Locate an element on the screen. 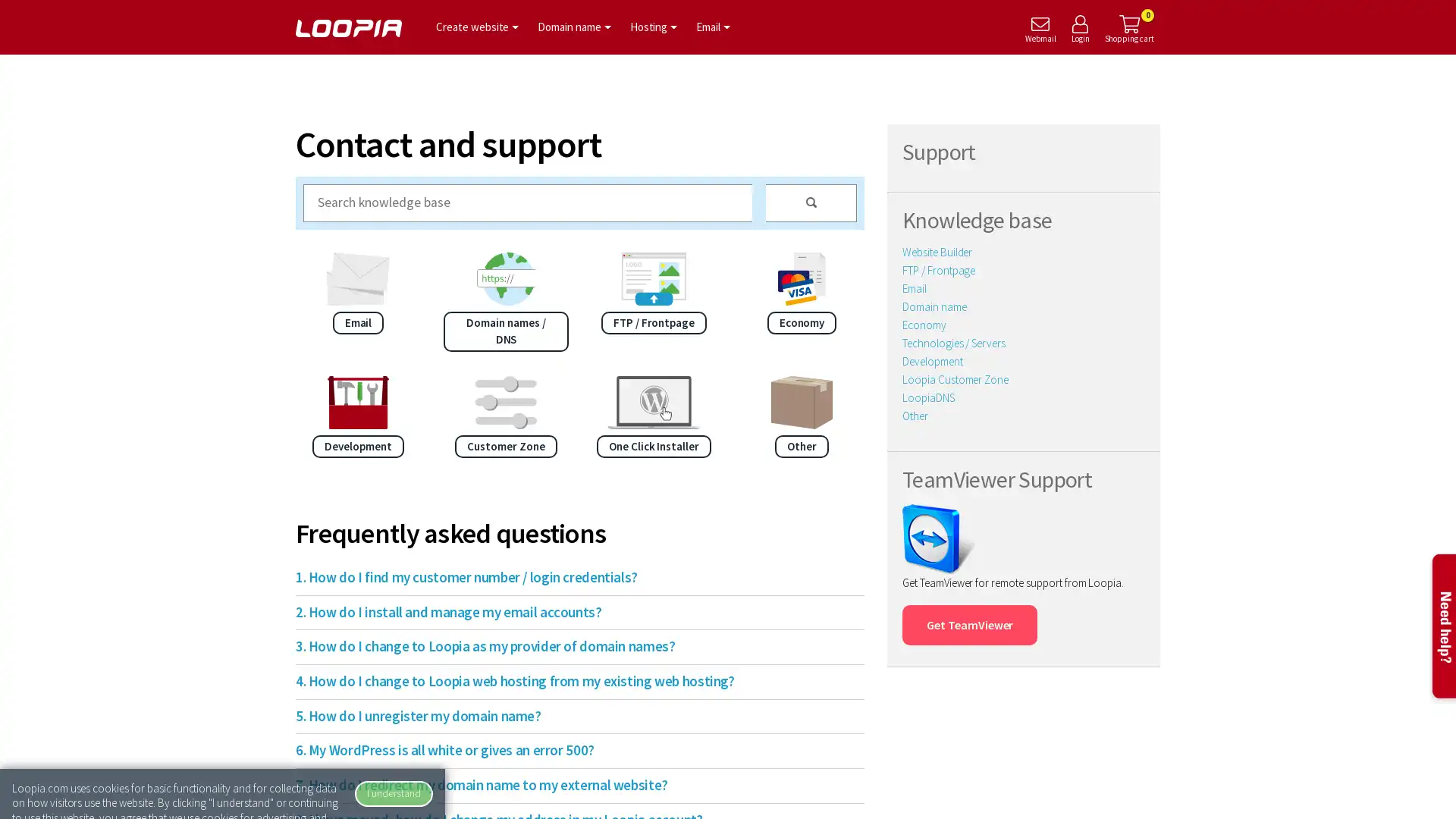  3. How do I change to Loopia as my provider of domain names? is located at coordinates (571, 646).